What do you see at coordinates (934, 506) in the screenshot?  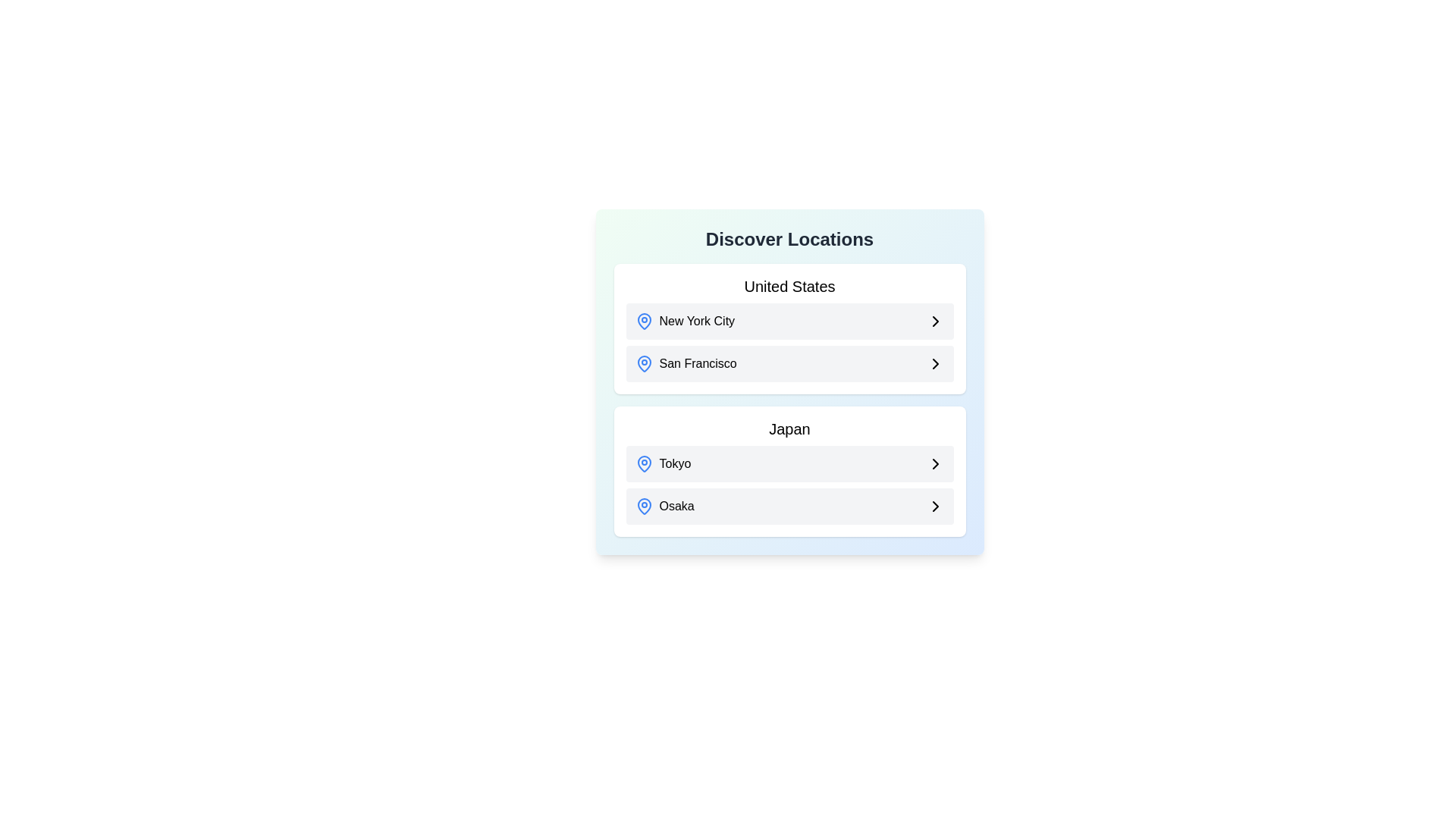 I see `the navigation icon located in the 'Osaka' section under the 'Japan' category on the Discover Locations page` at bounding box center [934, 506].